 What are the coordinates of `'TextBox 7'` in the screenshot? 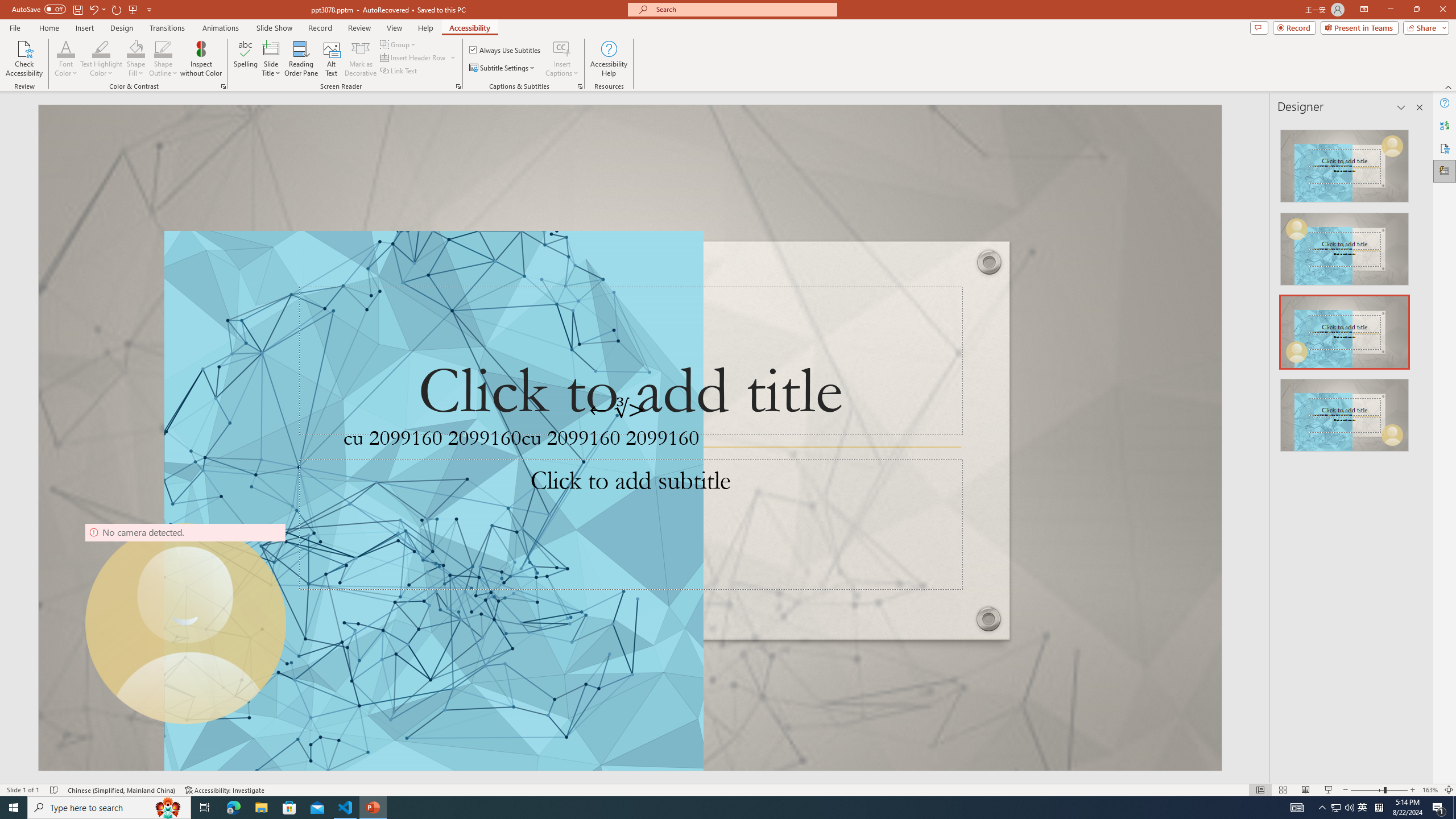 It's located at (617, 409).